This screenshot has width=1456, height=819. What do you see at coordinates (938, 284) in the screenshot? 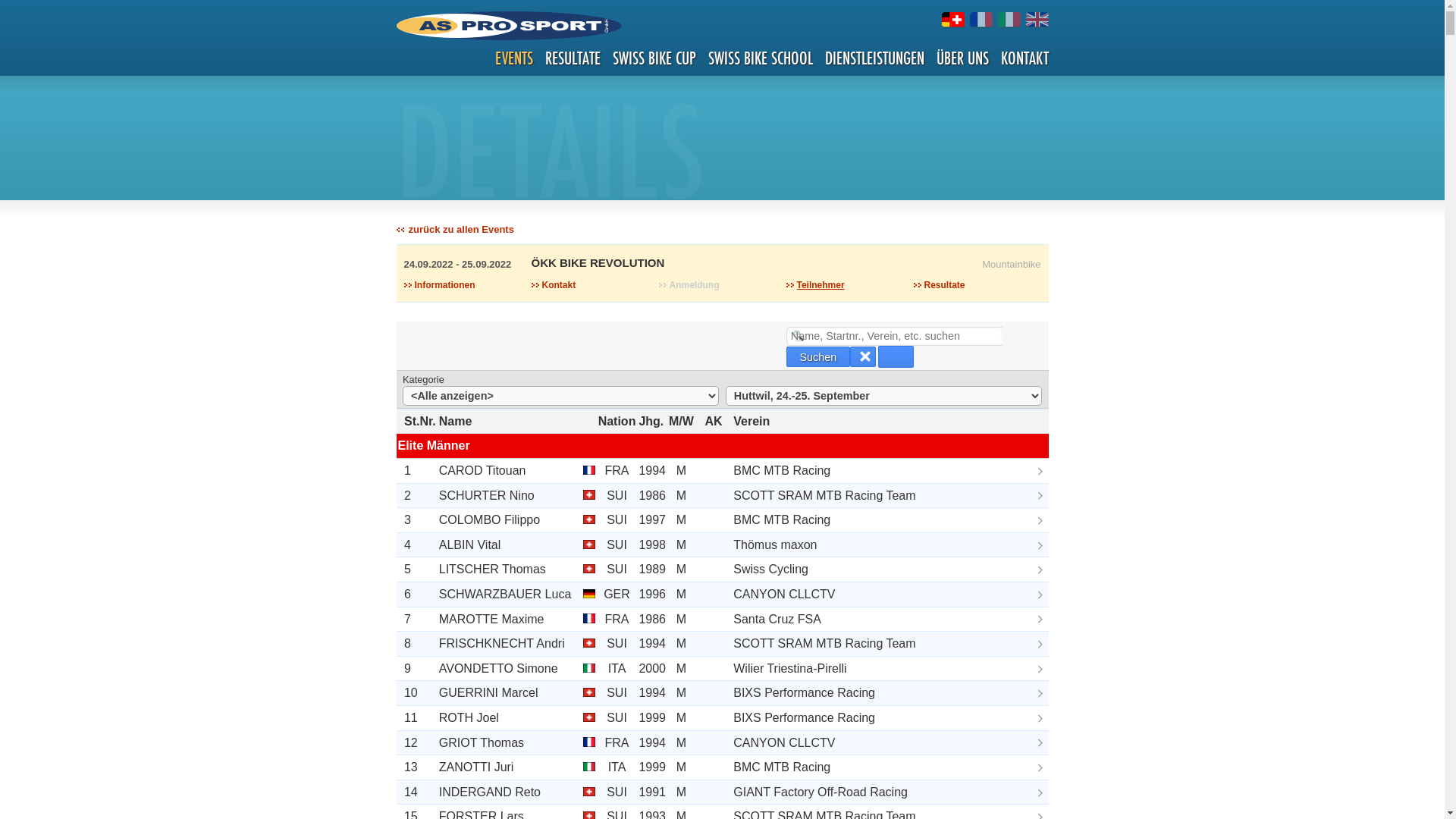
I see `'Resultate'` at bounding box center [938, 284].